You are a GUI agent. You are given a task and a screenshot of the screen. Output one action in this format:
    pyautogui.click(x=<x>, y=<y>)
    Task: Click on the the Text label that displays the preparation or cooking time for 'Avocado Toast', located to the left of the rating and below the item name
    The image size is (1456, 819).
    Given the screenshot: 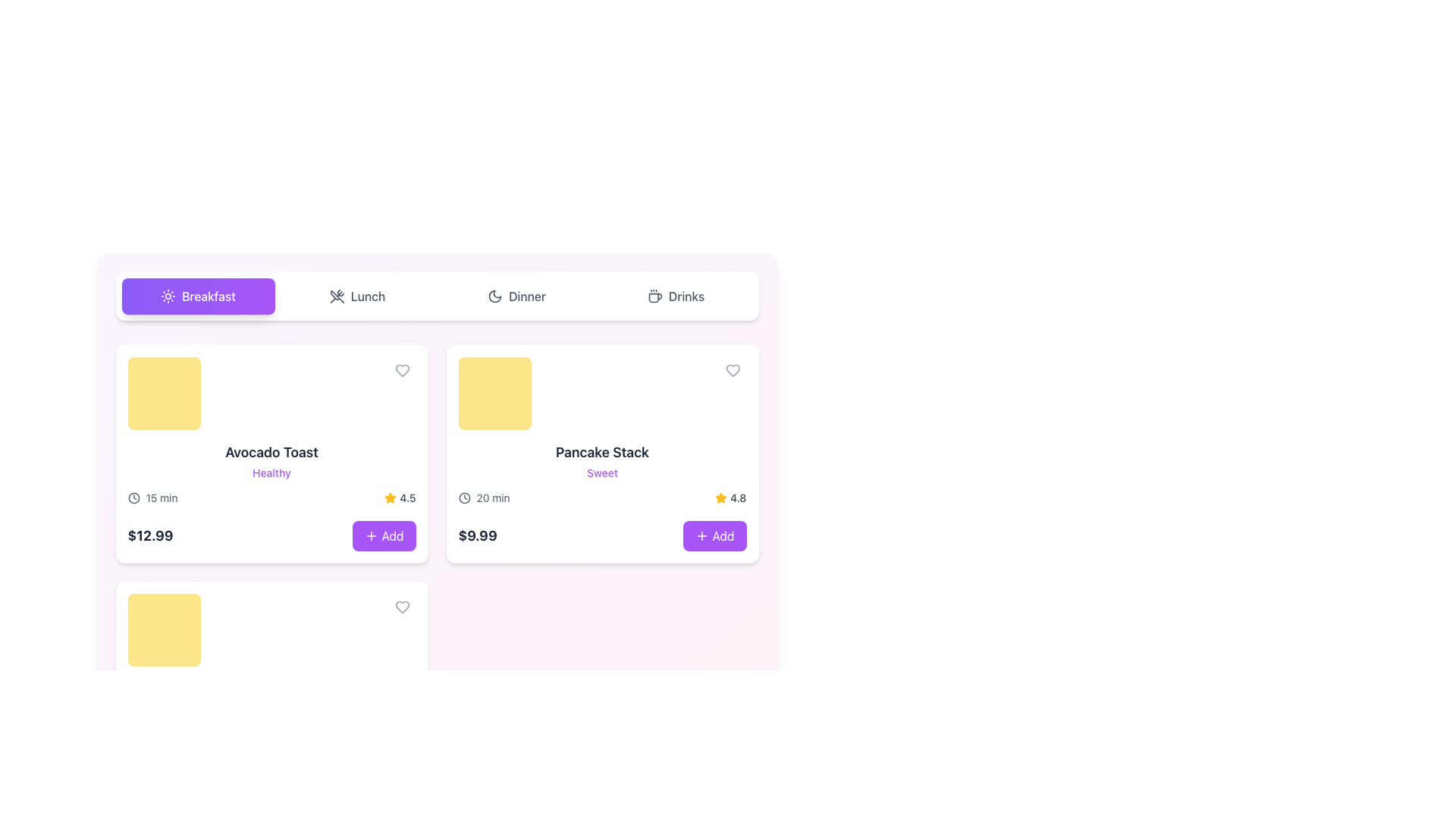 What is the action you would take?
    pyautogui.click(x=162, y=497)
    